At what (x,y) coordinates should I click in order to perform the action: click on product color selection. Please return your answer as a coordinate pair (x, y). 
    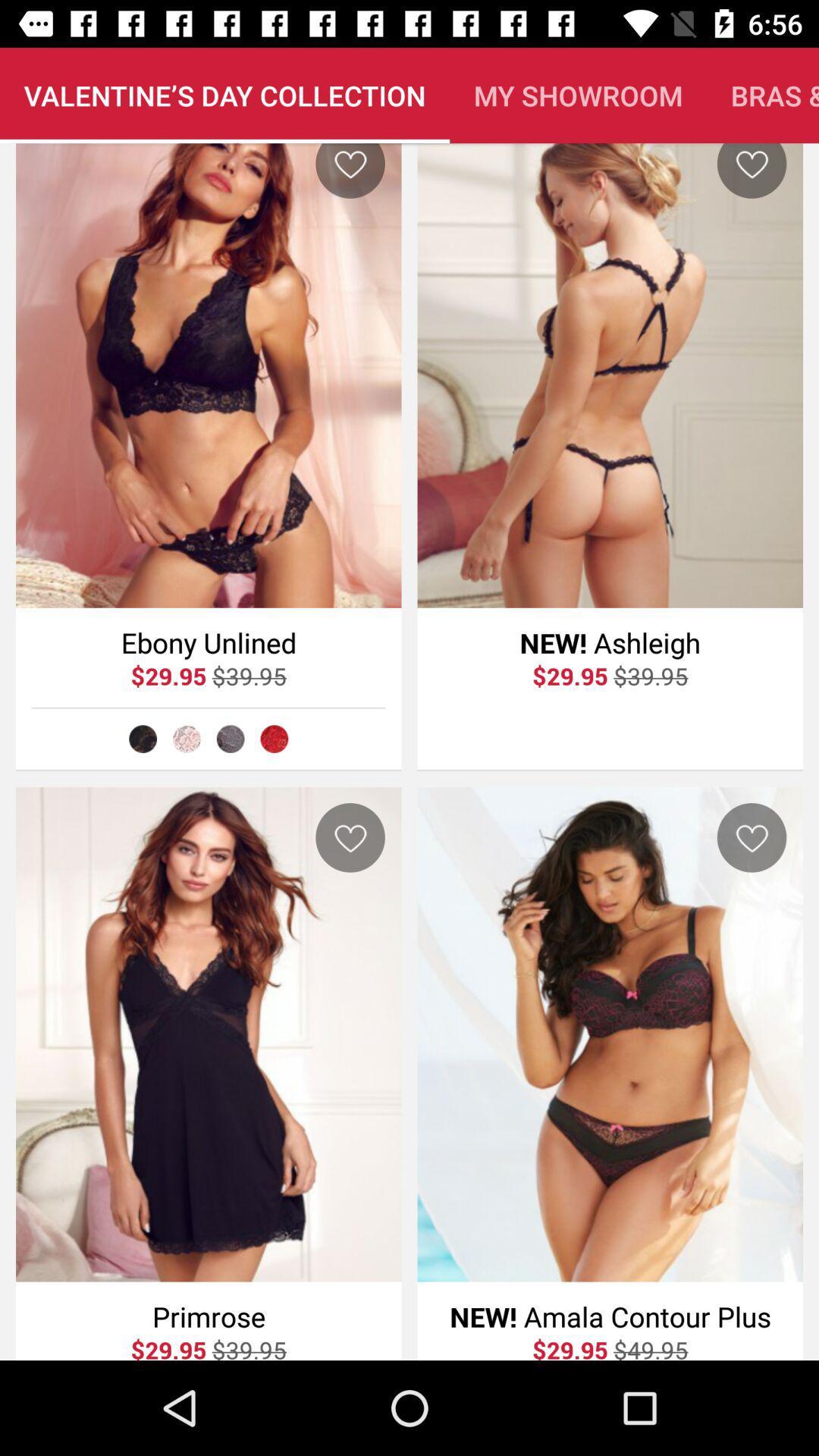
    Looking at the image, I should click on (143, 739).